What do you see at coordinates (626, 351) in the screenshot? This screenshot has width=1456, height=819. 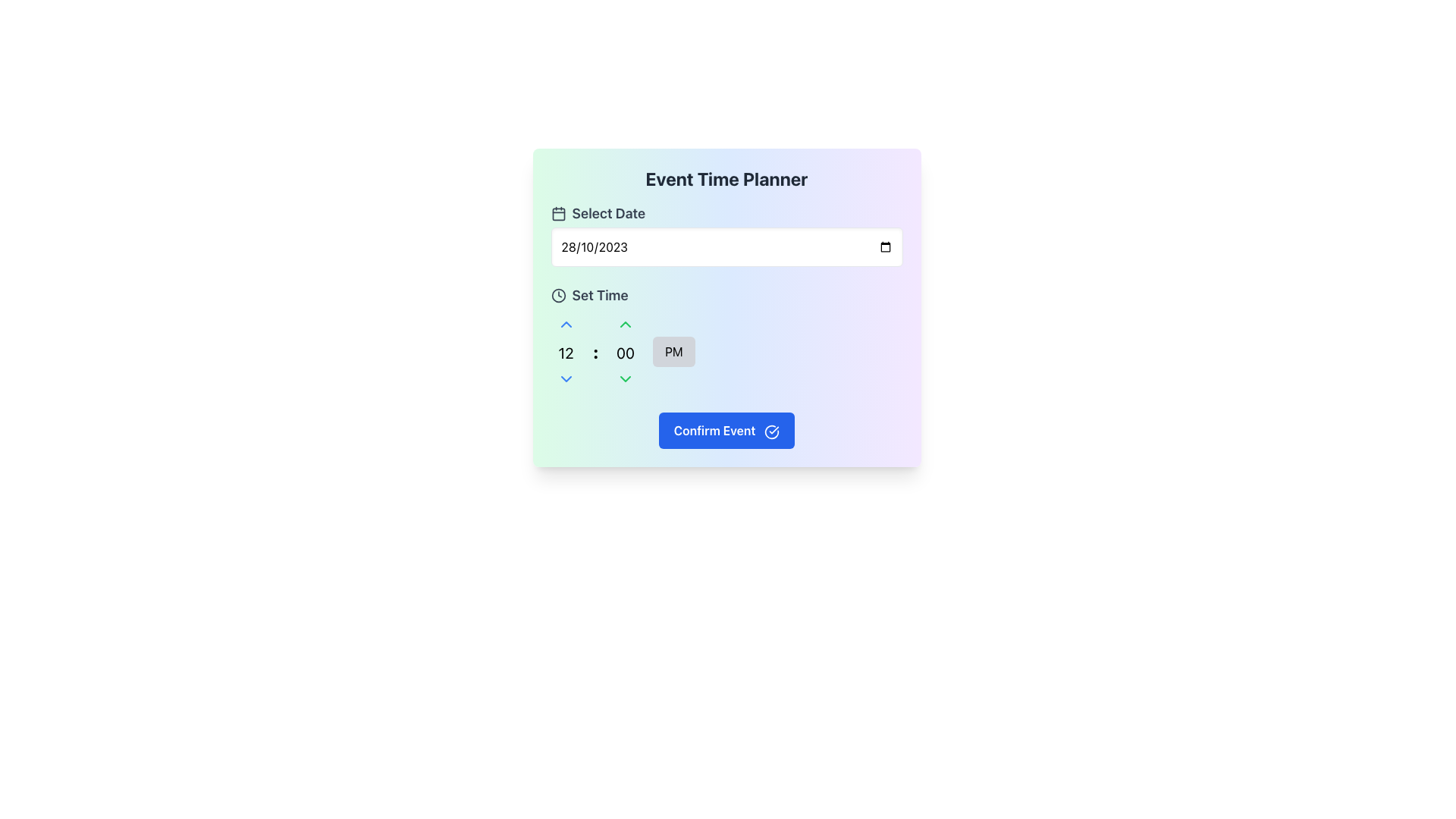 I see `the text display element showing the value '00', which is styled in a large font and located between the hour ('12') and period ('PM') indicators in the time-selection interface` at bounding box center [626, 351].